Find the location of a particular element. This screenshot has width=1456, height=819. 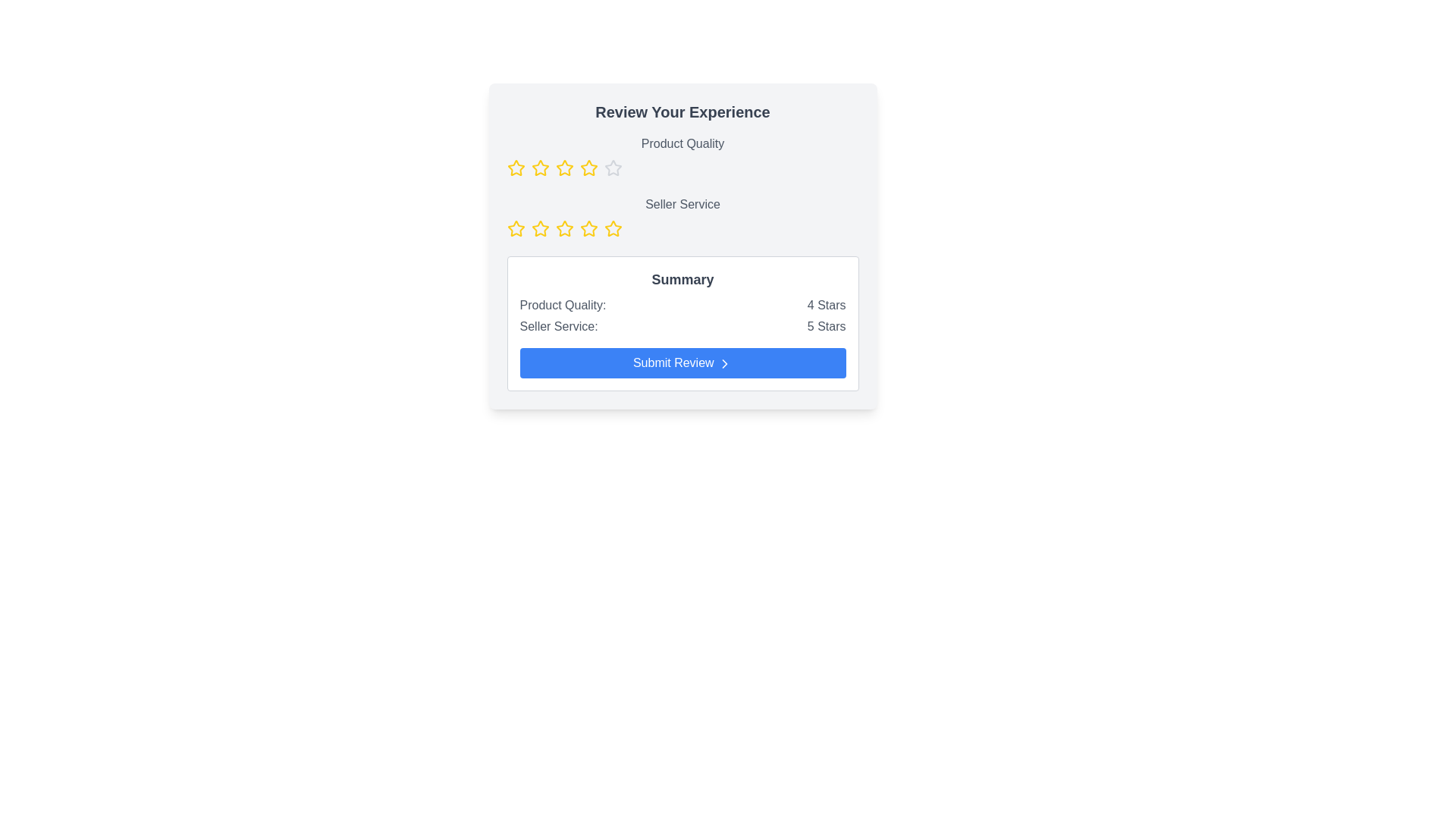

the text label displaying 'Seller Service:' in light gray text, which is positioned in the summary section below the rating stars and above the blue 'Submit Review' button is located at coordinates (558, 326).